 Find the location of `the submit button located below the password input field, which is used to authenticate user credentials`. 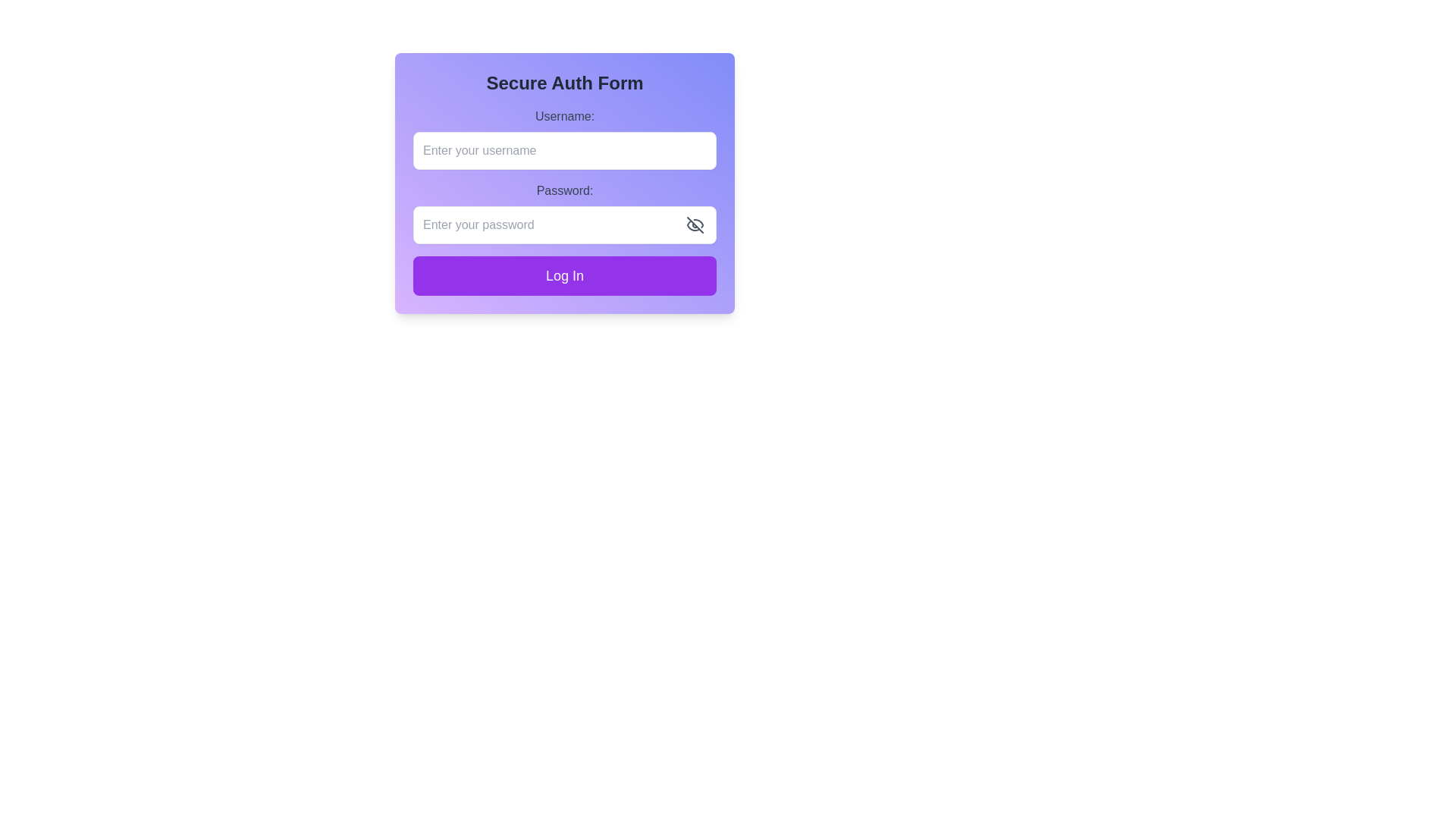

the submit button located below the password input field, which is used to authenticate user credentials is located at coordinates (563, 275).